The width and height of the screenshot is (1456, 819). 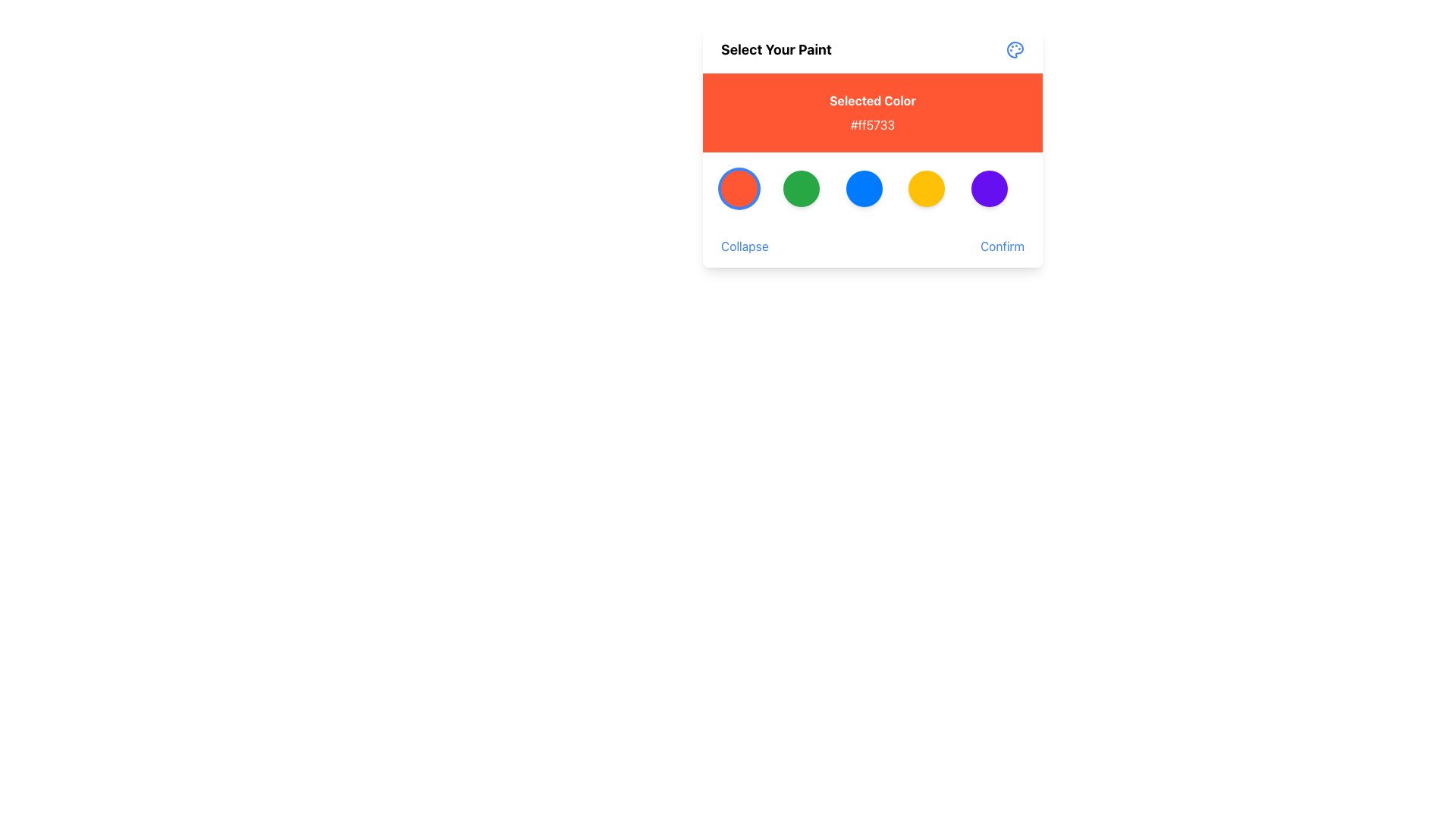 I want to click on the blue circular icon in the 'Select Your Paint' section, so click(x=873, y=188).